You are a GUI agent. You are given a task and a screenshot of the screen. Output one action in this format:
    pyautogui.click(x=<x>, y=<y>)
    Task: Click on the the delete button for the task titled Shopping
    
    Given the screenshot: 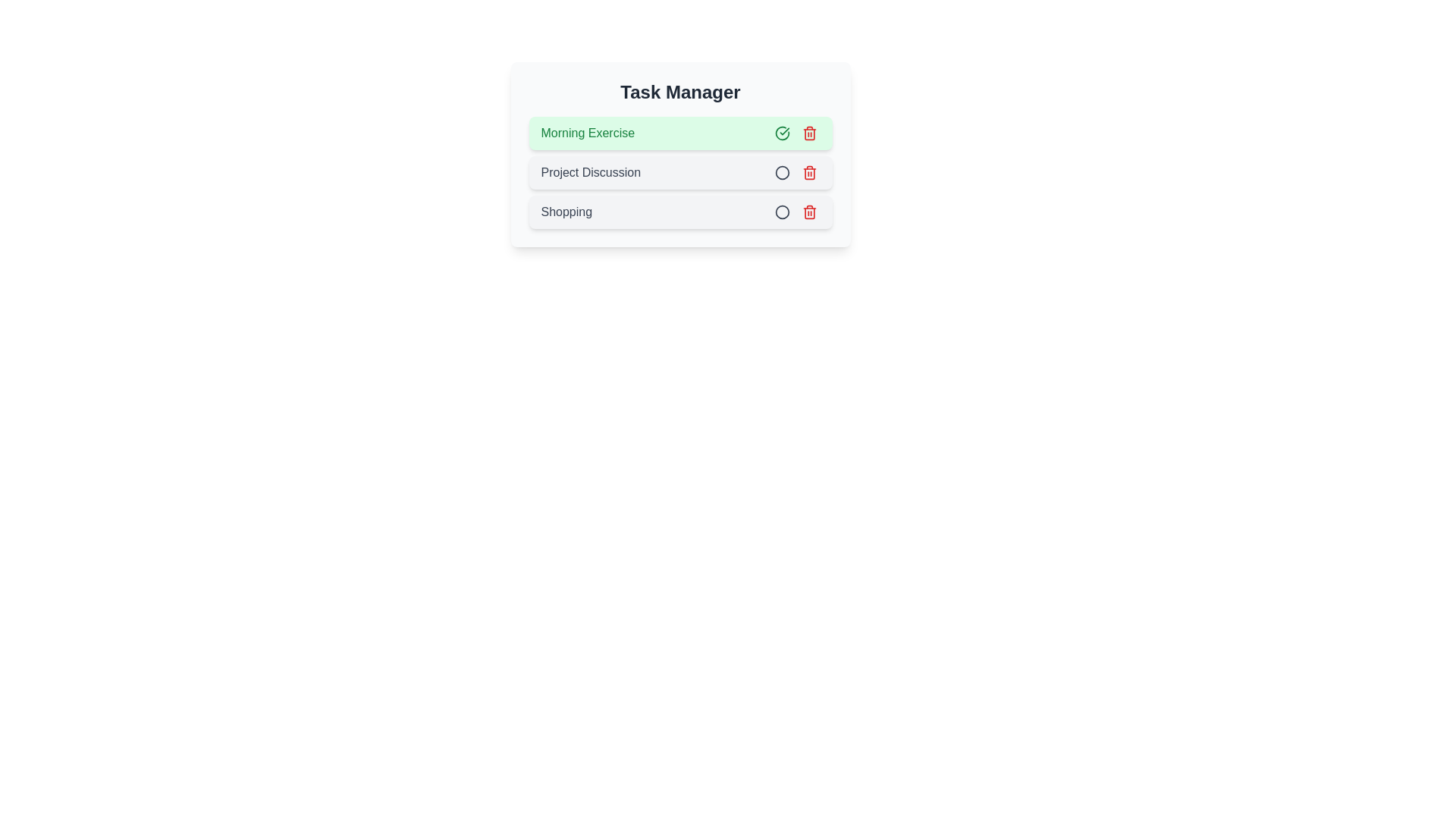 What is the action you would take?
    pyautogui.click(x=808, y=212)
    